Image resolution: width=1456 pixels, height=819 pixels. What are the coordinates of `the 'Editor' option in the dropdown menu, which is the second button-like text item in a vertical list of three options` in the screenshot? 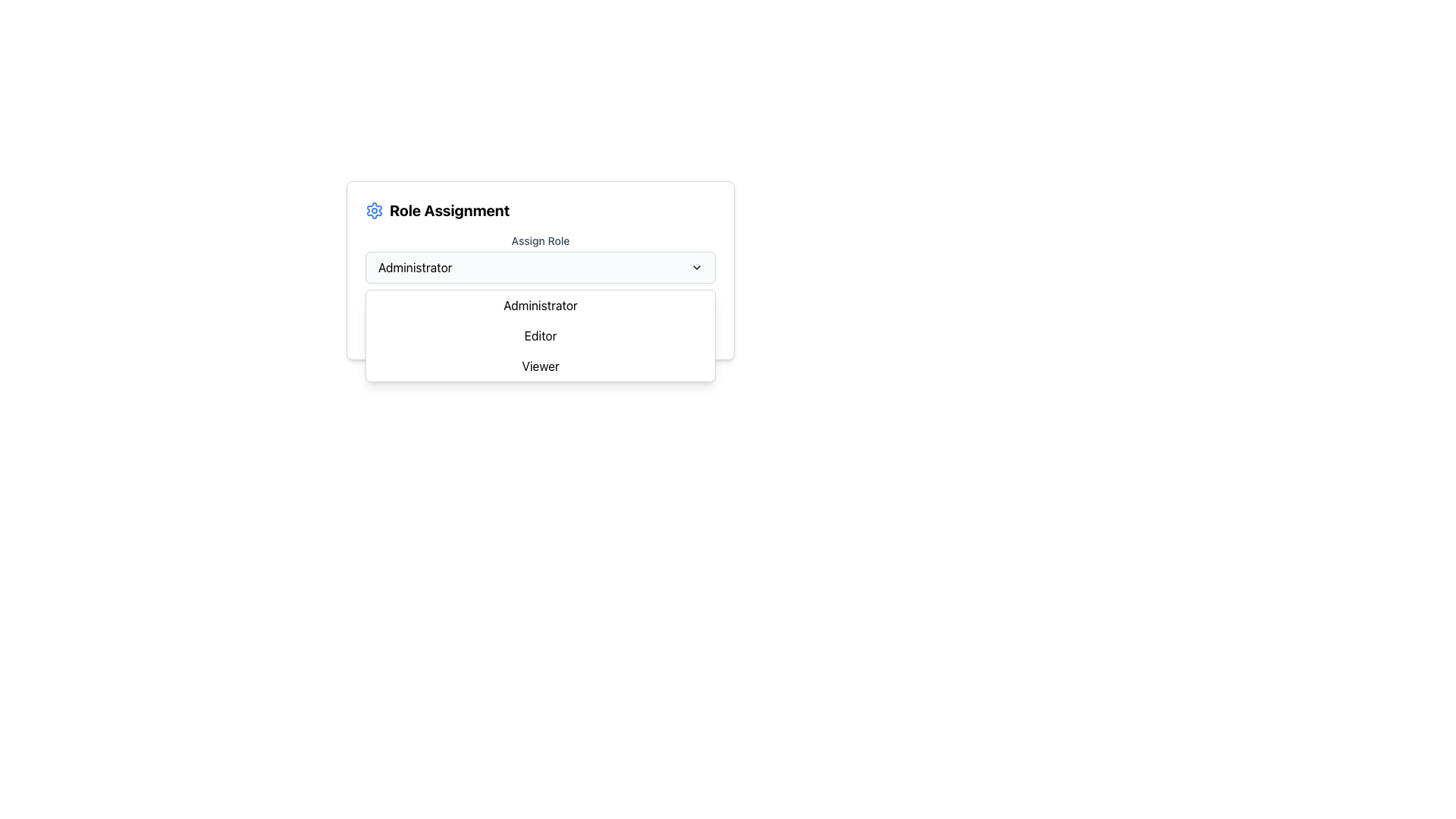 It's located at (541, 335).